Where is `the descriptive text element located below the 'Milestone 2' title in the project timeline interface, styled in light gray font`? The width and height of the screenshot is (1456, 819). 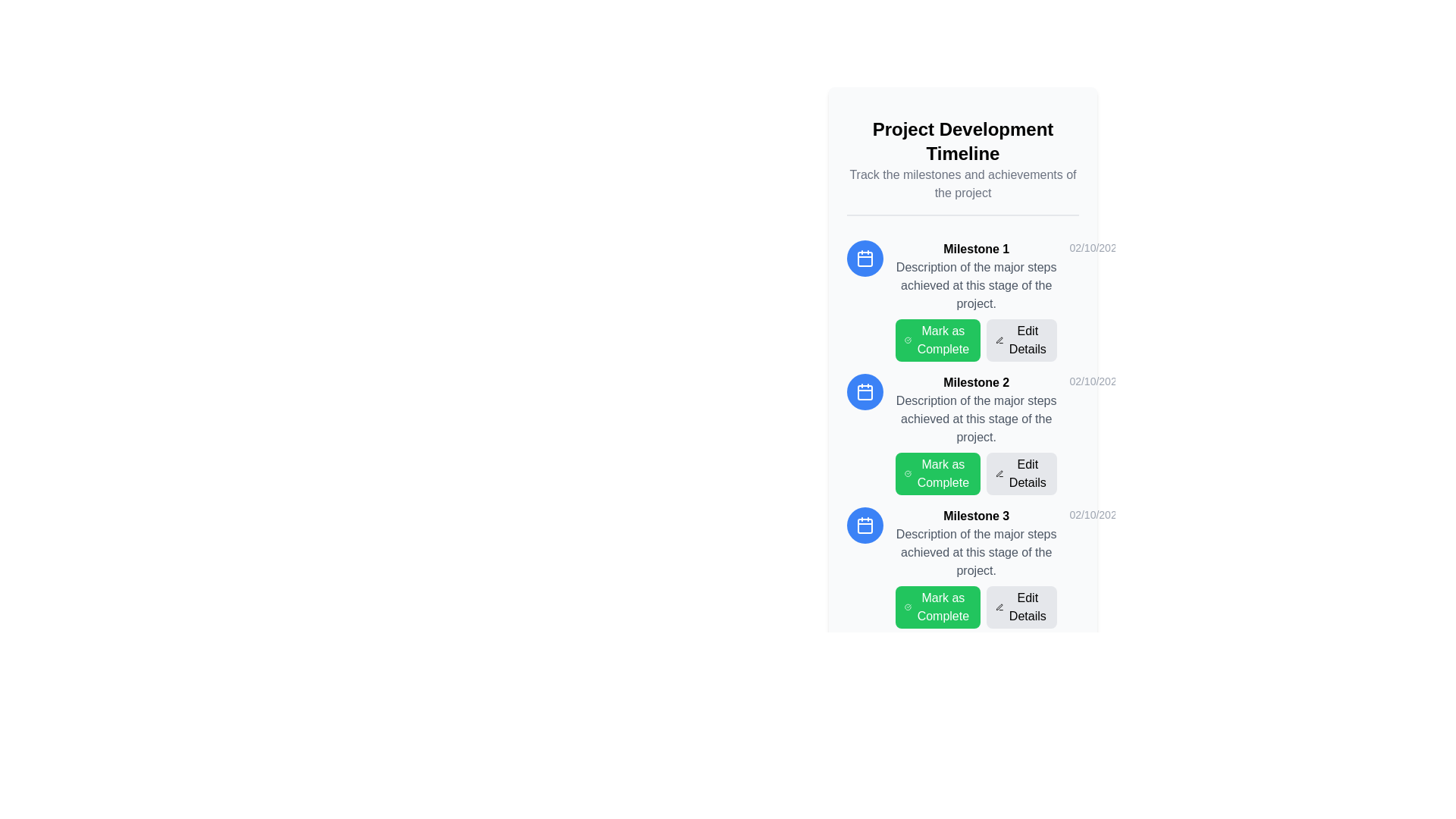 the descriptive text element located below the 'Milestone 2' title in the project timeline interface, styled in light gray font is located at coordinates (976, 419).